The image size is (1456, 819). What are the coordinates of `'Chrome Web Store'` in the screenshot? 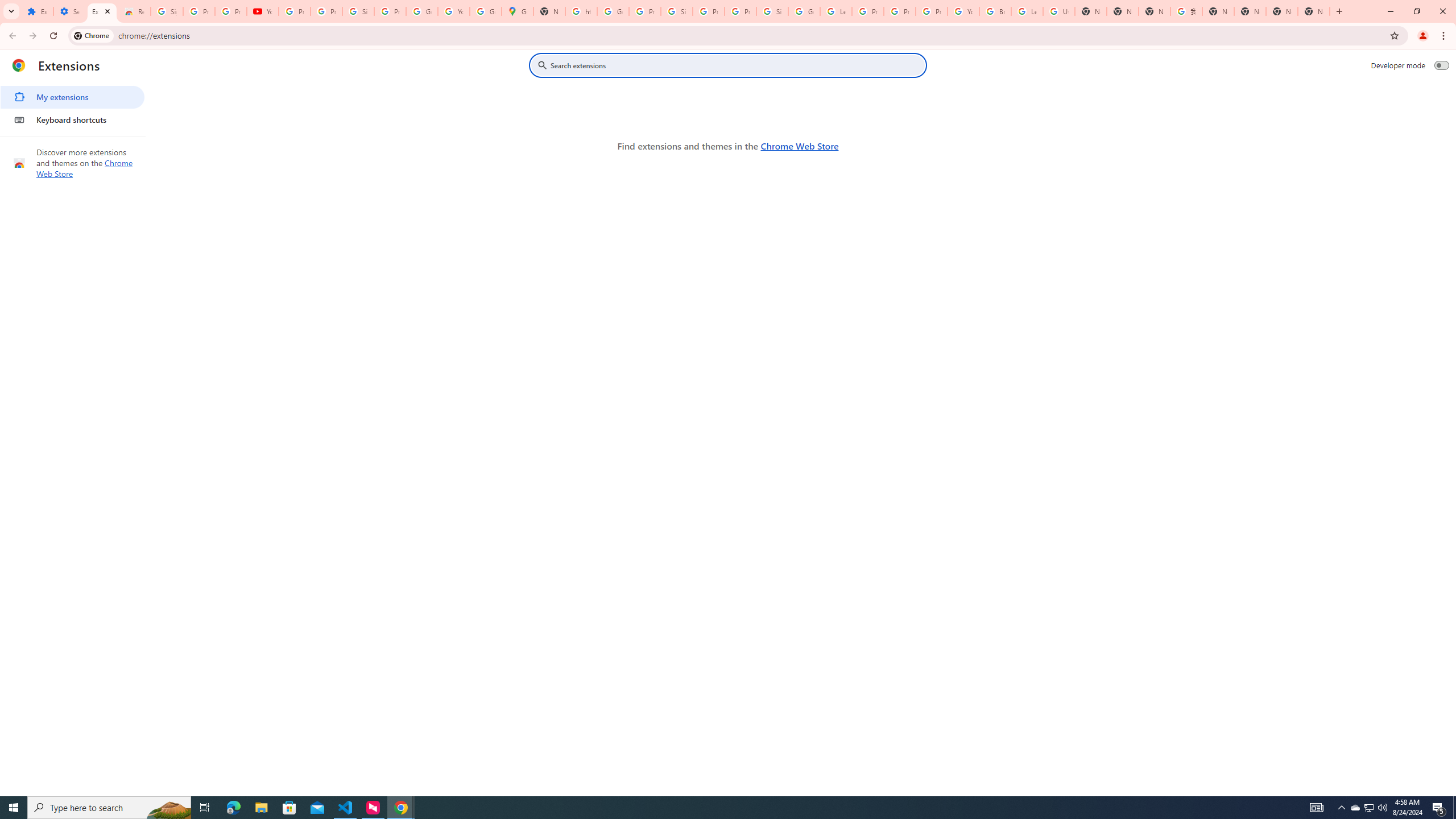 It's located at (799, 146).